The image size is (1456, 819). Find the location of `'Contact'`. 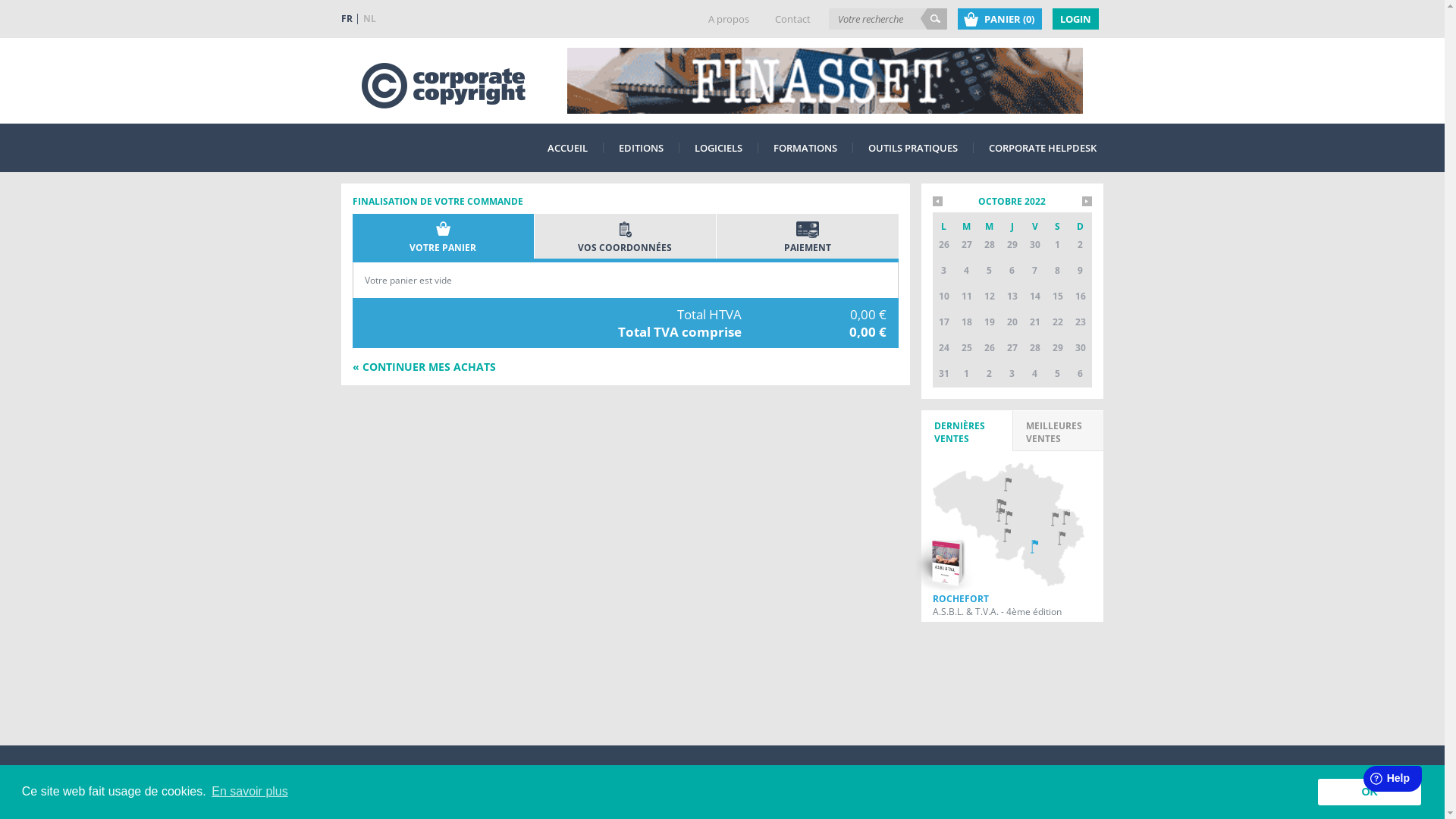

'Contact' is located at coordinates (792, 18).